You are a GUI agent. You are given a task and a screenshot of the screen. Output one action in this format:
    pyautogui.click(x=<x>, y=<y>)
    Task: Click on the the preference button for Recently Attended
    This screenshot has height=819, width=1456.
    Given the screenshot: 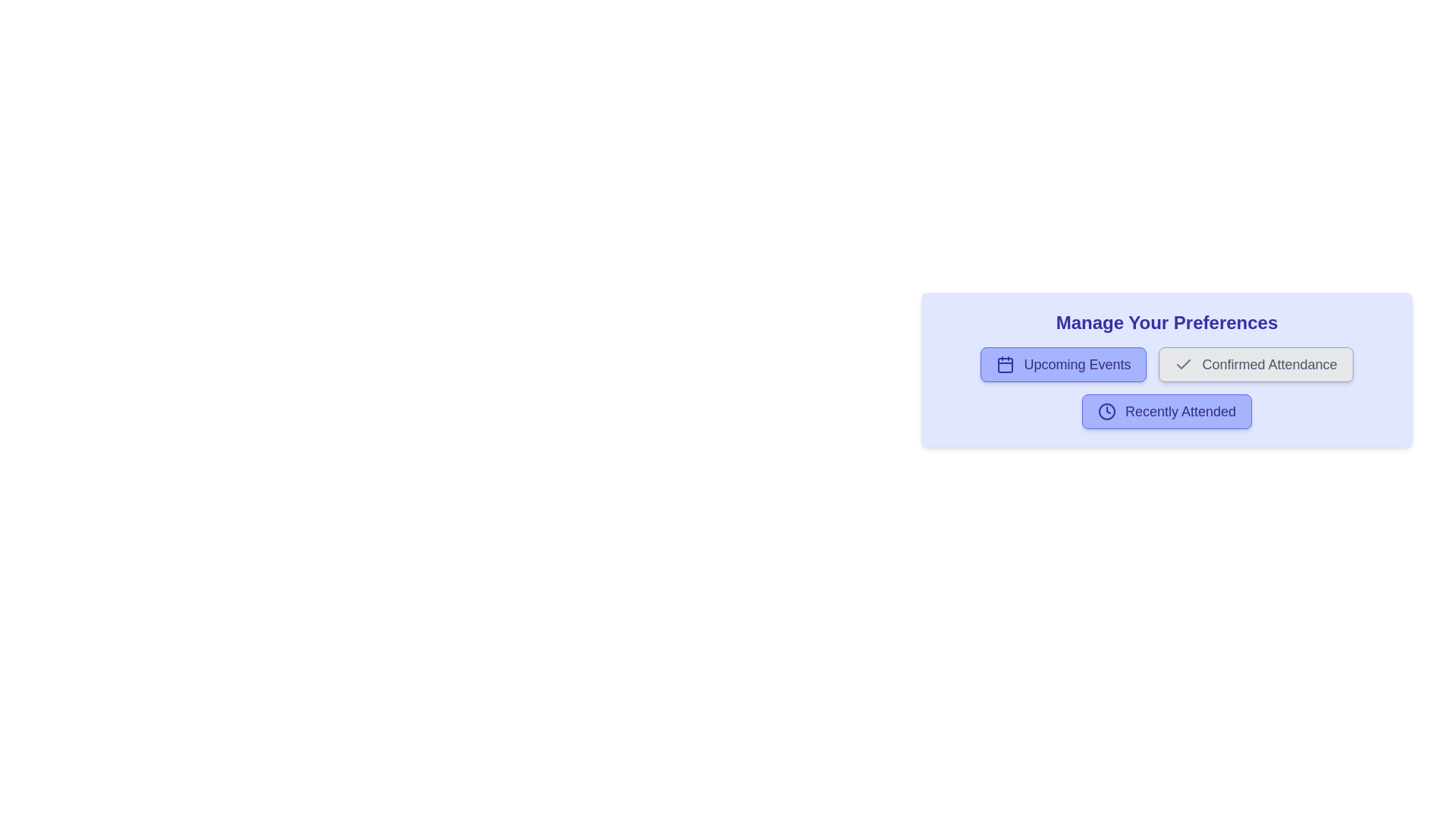 What is the action you would take?
    pyautogui.click(x=1166, y=412)
    